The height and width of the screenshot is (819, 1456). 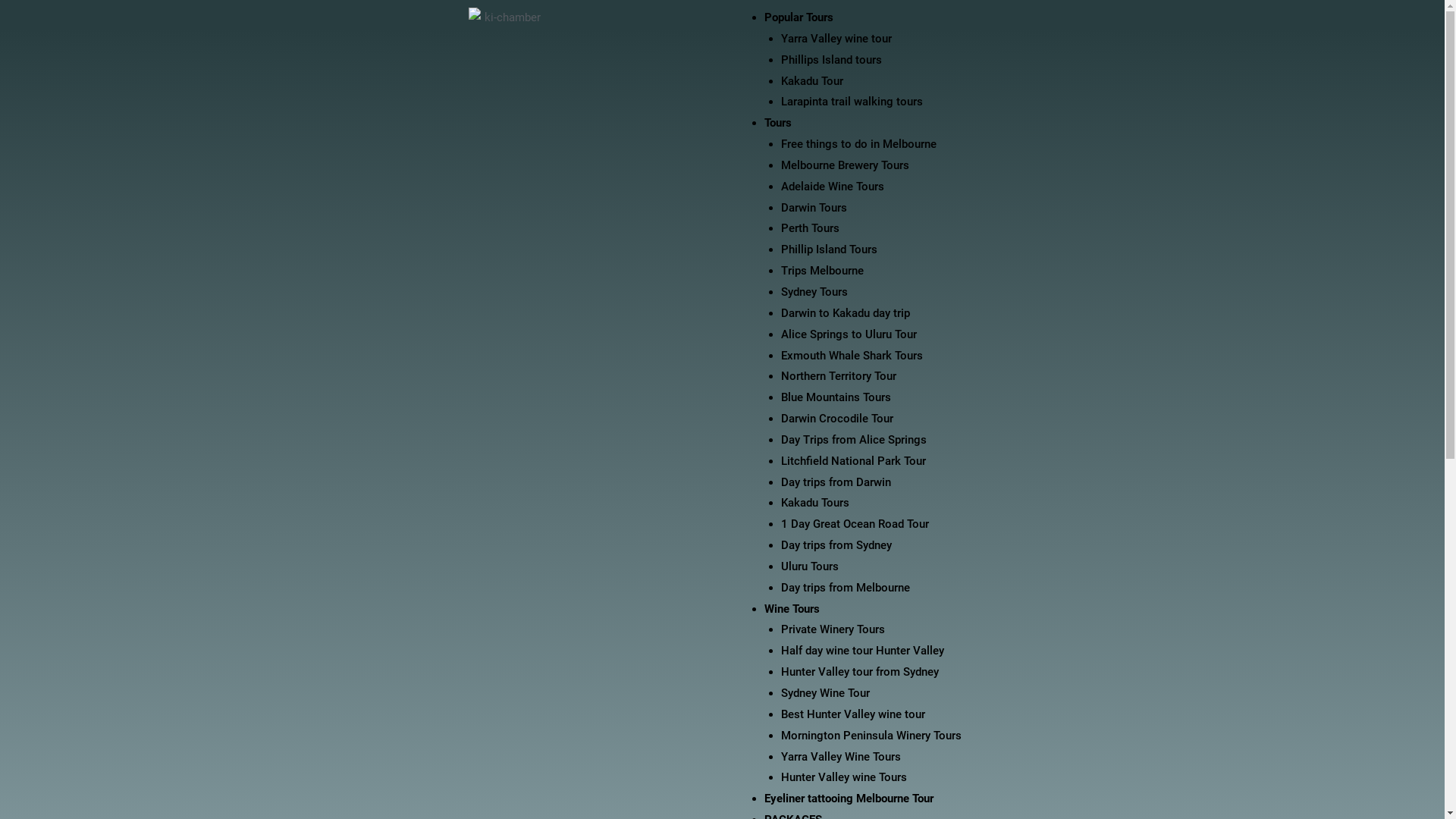 What do you see at coordinates (852, 714) in the screenshot?
I see `'Best Hunter Valley wine tour'` at bounding box center [852, 714].